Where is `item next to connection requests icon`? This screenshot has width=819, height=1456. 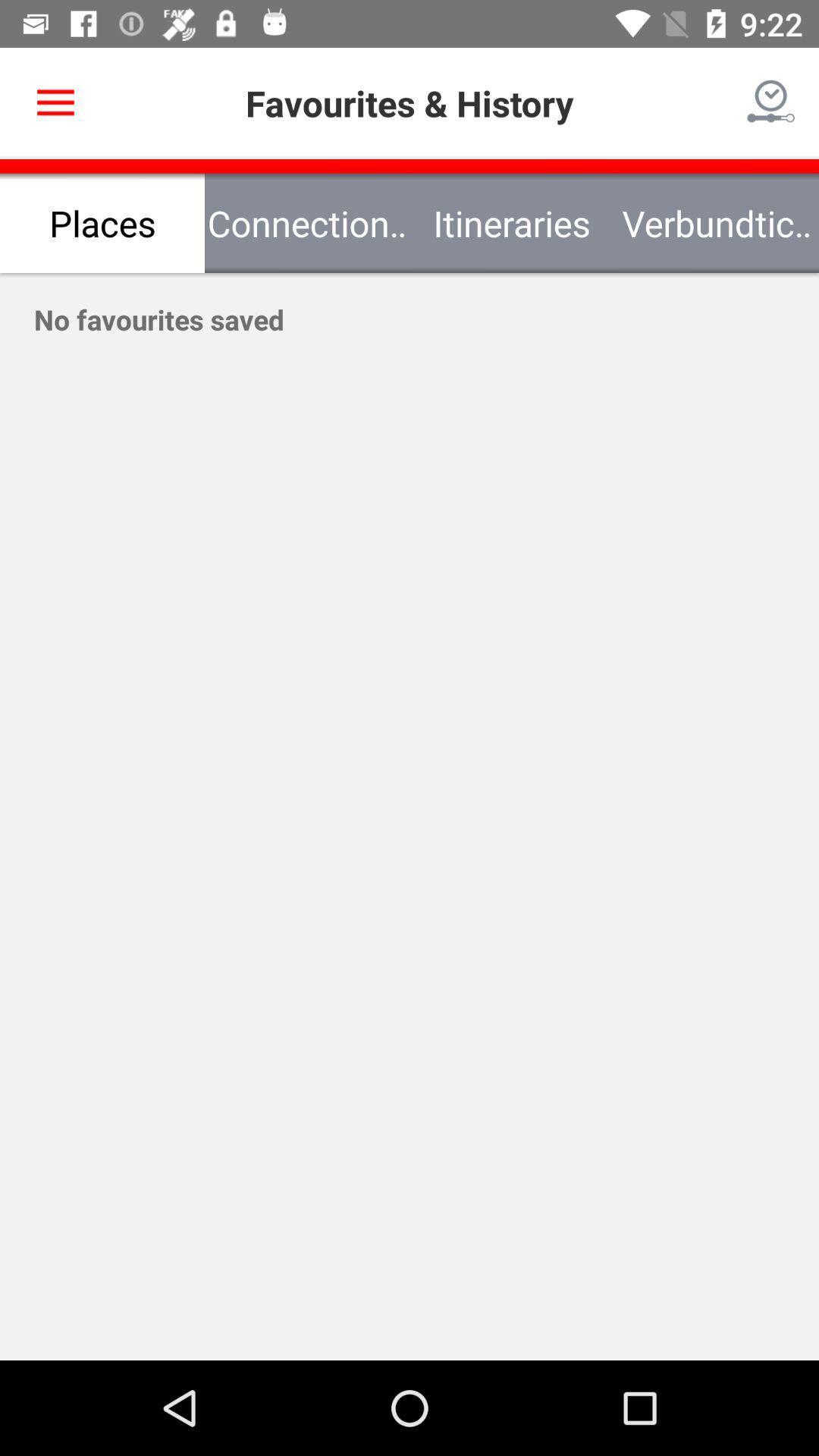 item next to connection requests icon is located at coordinates (102, 222).